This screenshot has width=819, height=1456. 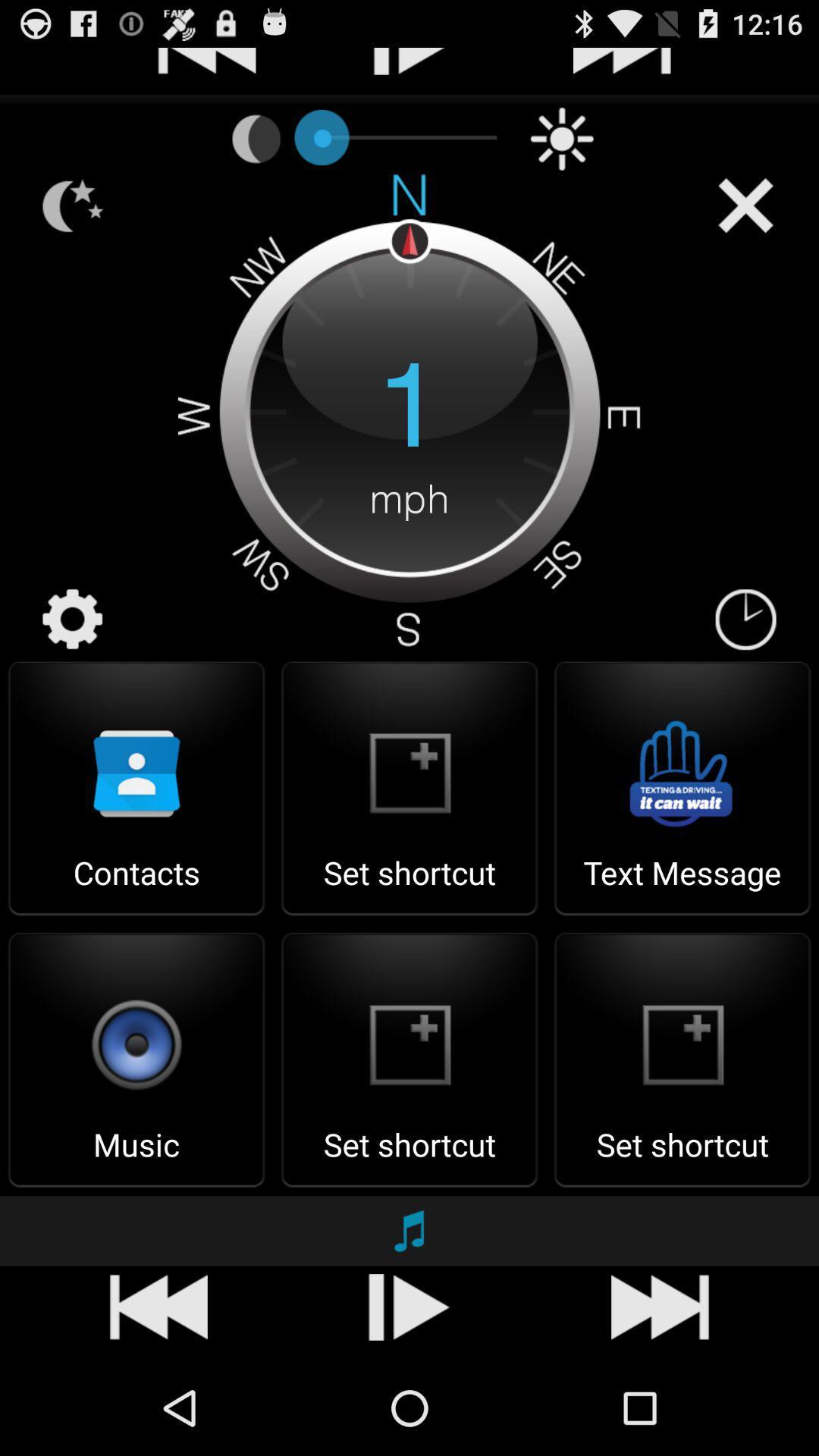 I want to click on the av_forward icon, so click(x=622, y=1398).